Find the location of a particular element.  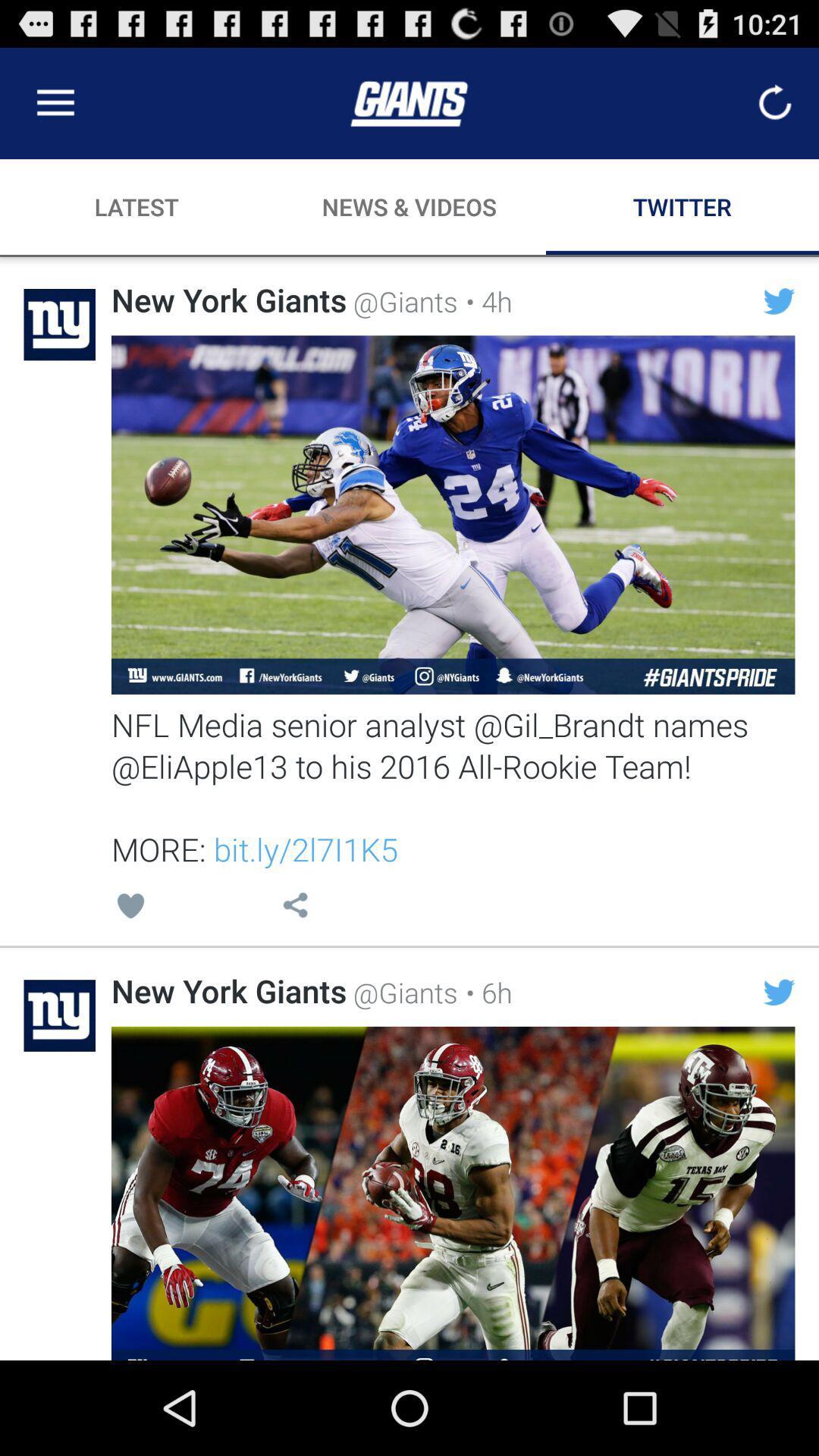

video is located at coordinates (452, 1192).